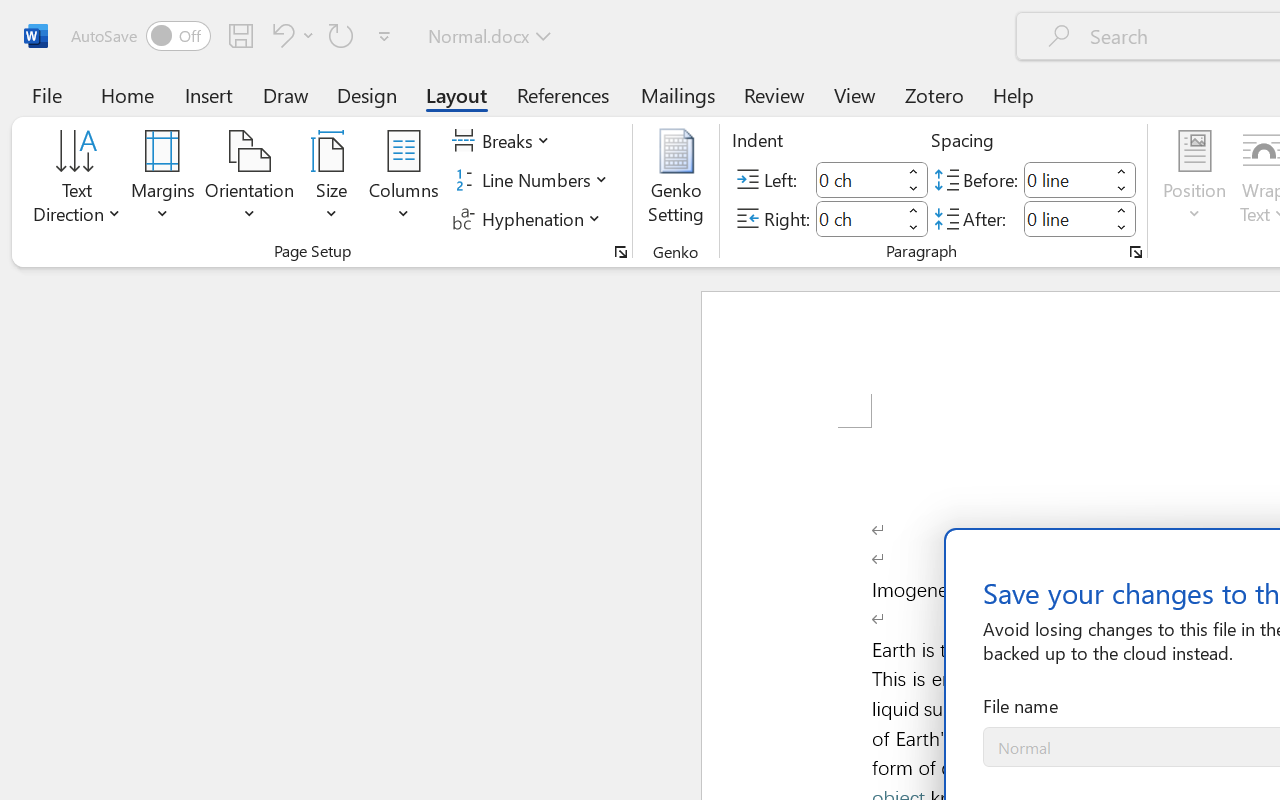 Image resolution: width=1280 pixels, height=800 pixels. I want to click on 'Hyphenation', so click(529, 218).